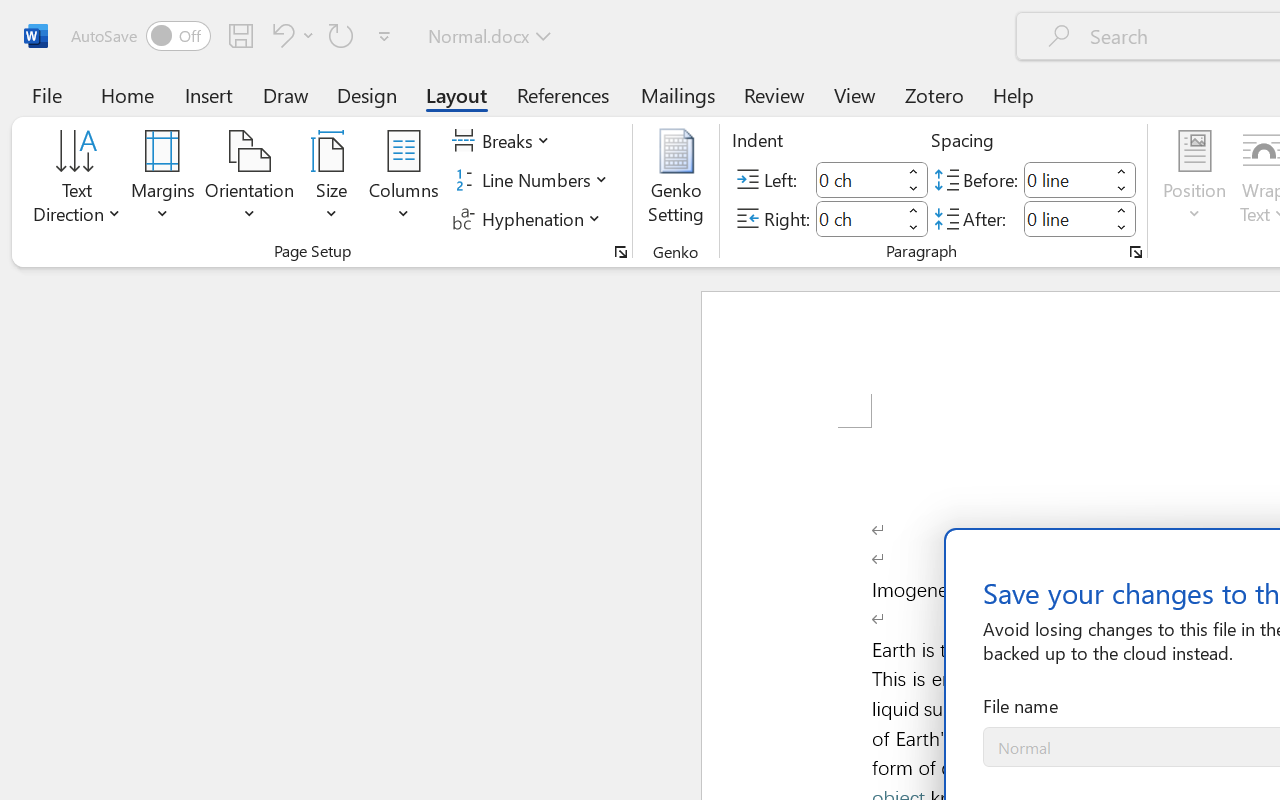 Image resolution: width=1280 pixels, height=800 pixels. I want to click on 'Hyphenation', so click(529, 218).